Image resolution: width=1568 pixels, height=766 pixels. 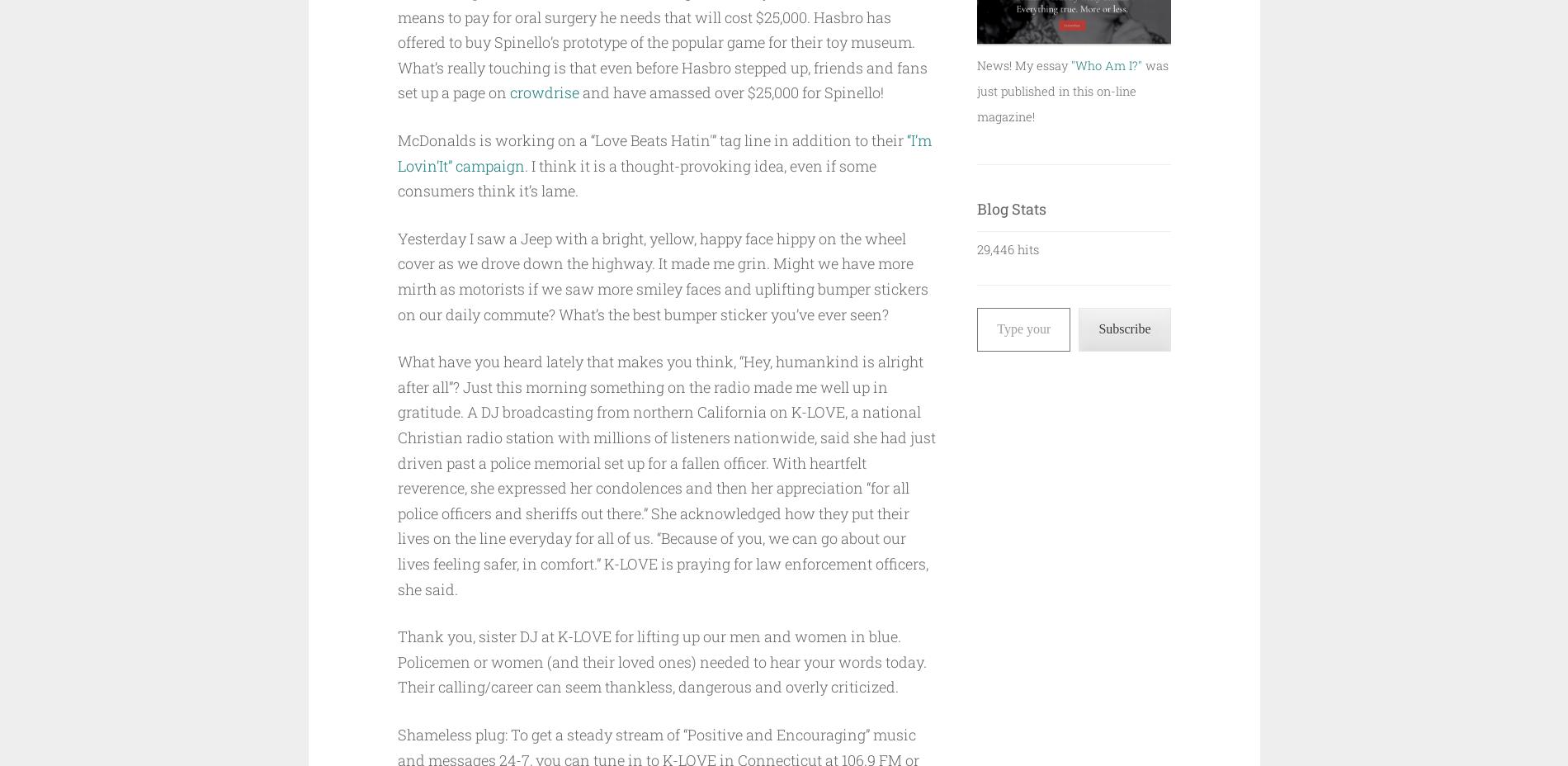 I want to click on 'Subscribe', so click(x=1123, y=329).